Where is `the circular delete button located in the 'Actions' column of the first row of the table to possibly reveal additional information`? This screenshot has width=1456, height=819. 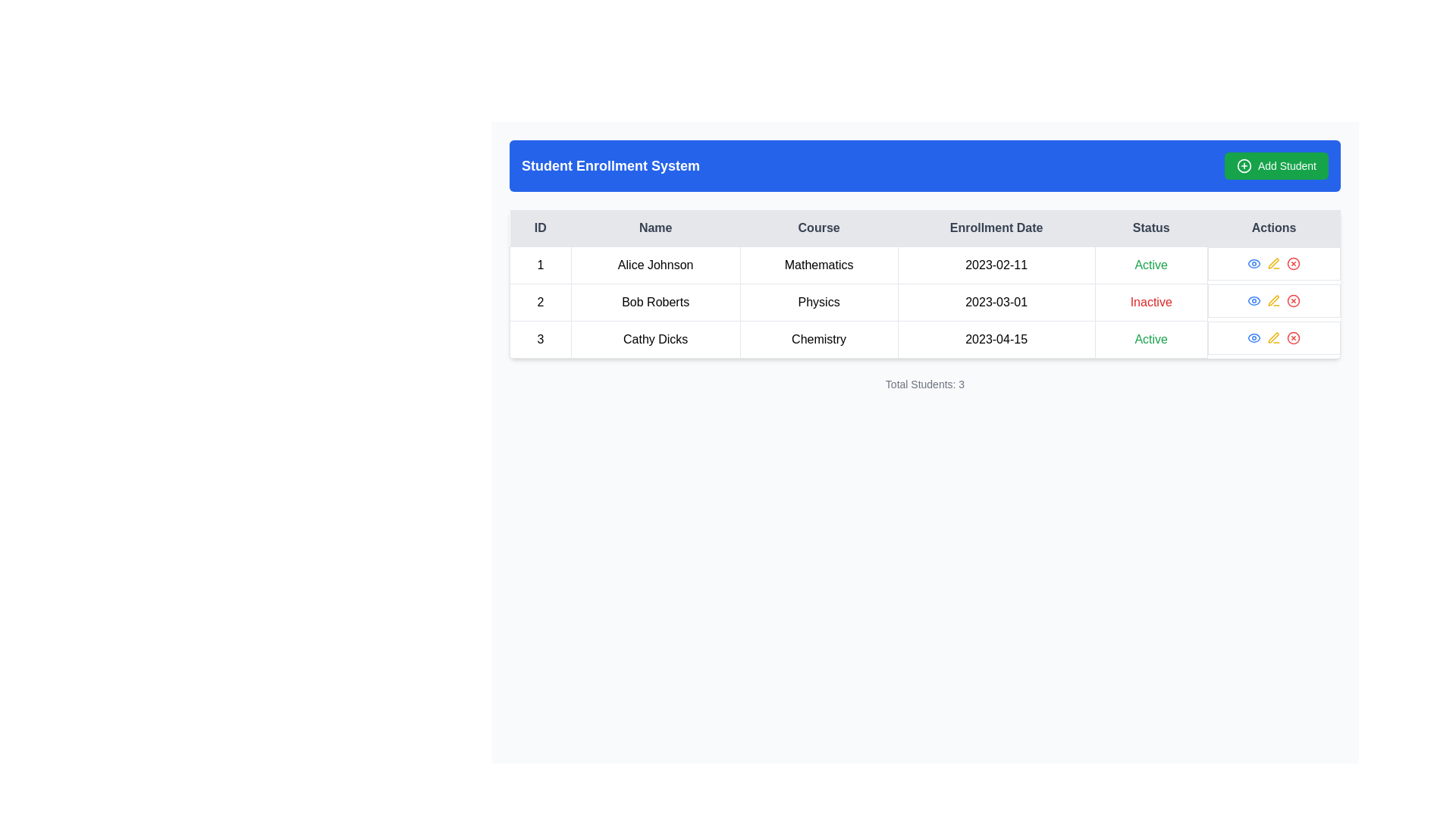 the circular delete button located in the 'Actions' column of the first row of the table to possibly reveal additional information is located at coordinates (1293, 262).